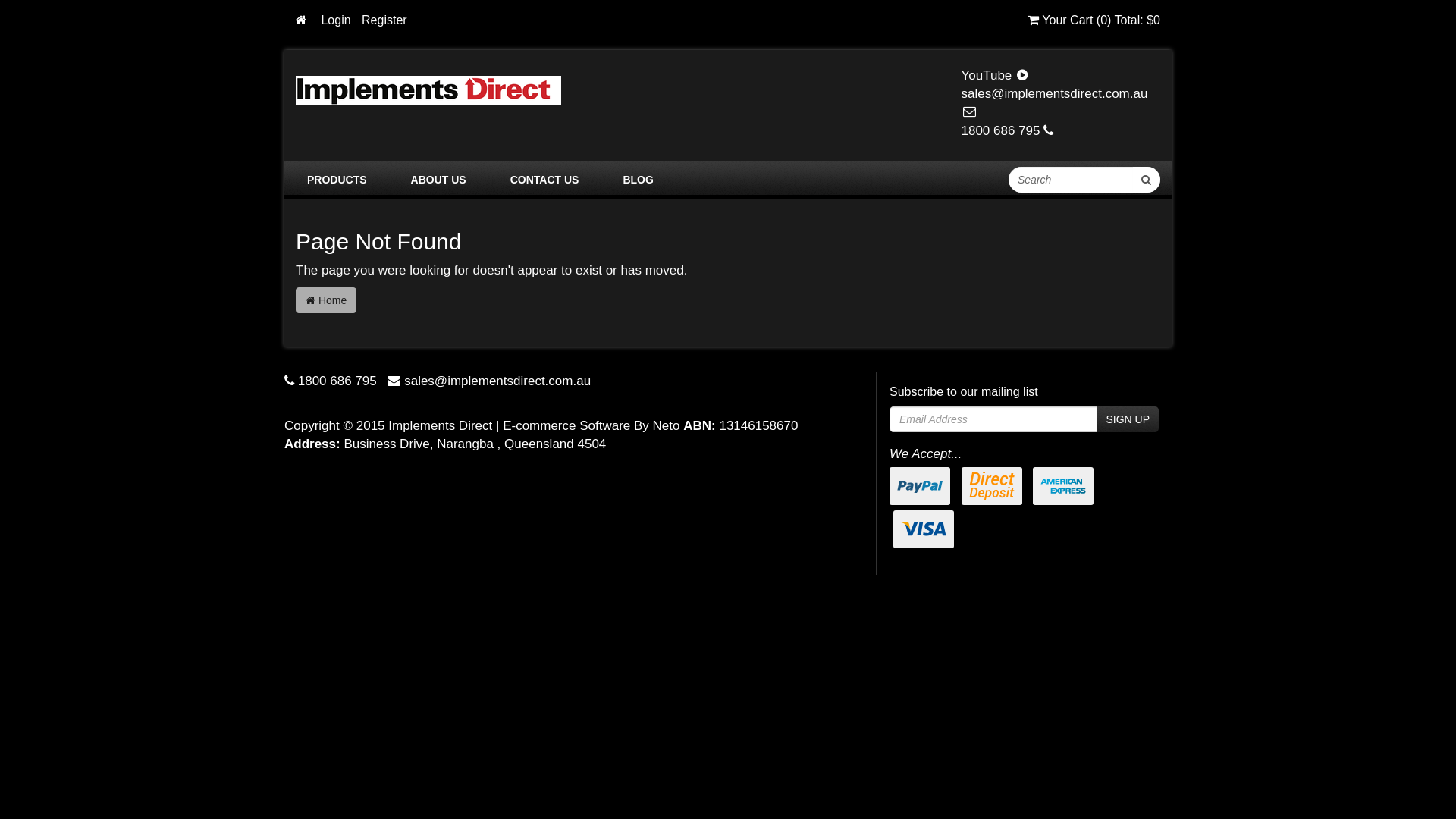 Image resolution: width=1456 pixels, height=819 pixels. I want to click on 'Login', so click(334, 20).